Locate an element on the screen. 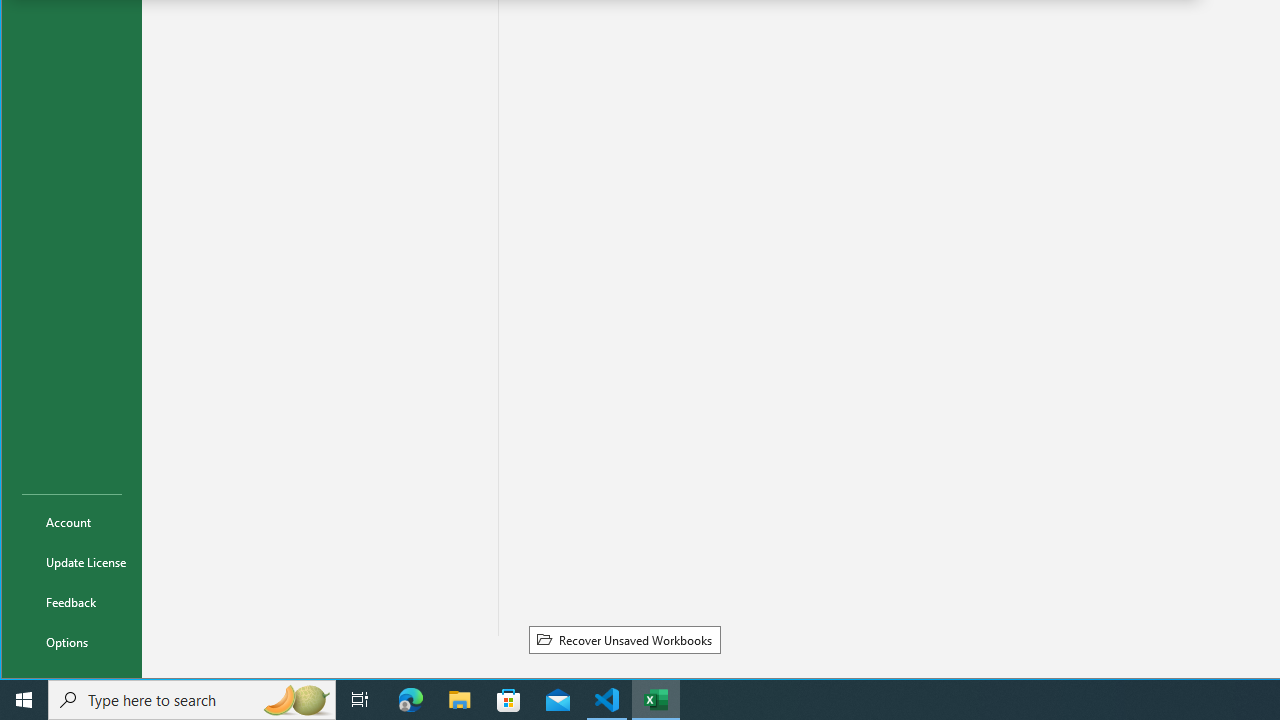 This screenshot has width=1280, height=720. 'Type here to search' is located at coordinates (192, 698).